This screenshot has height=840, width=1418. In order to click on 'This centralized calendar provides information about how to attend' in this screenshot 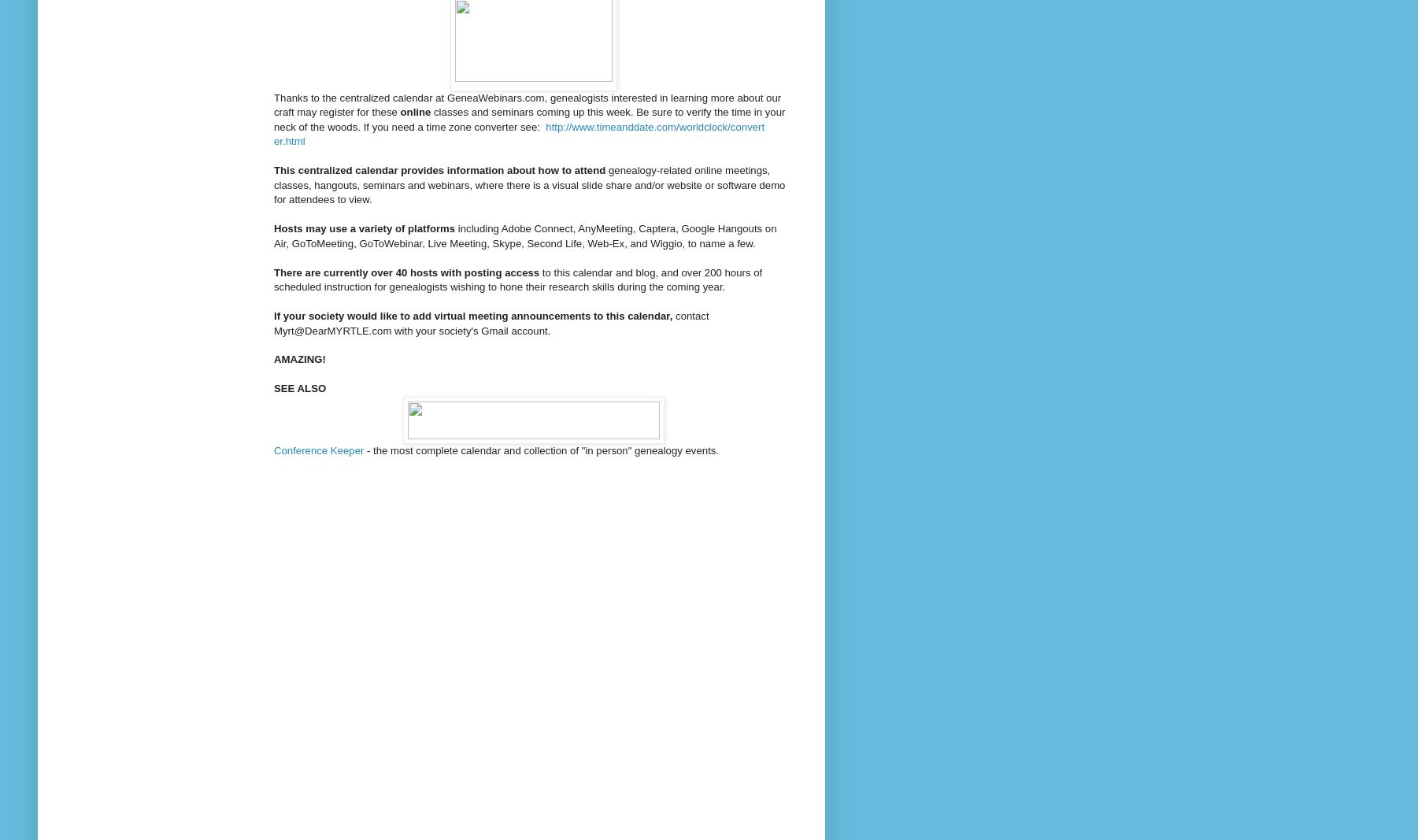, I will do `click(440, 170)`.